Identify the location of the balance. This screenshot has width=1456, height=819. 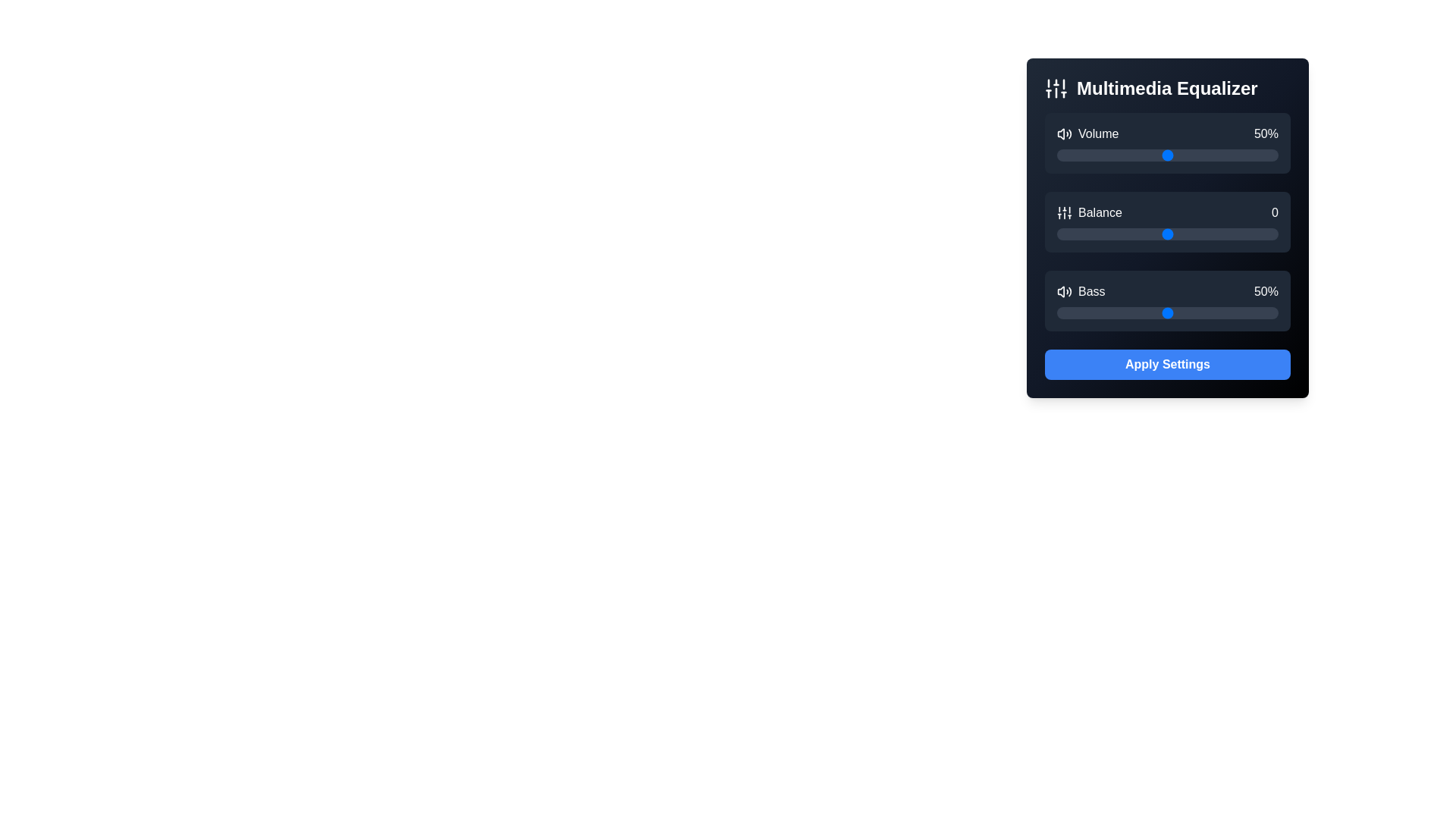
(1167, 234).